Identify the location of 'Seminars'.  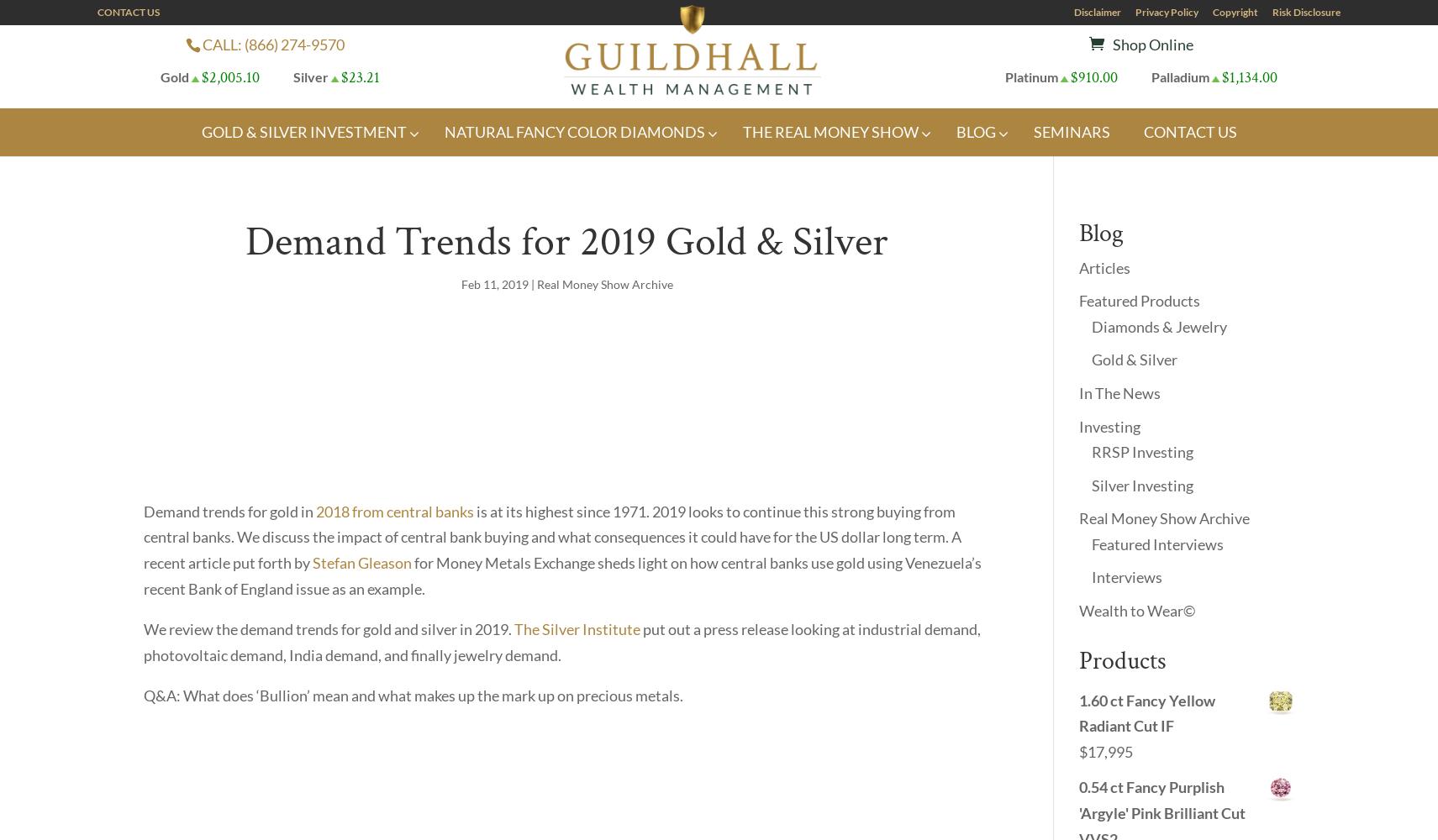
(1070, 131).